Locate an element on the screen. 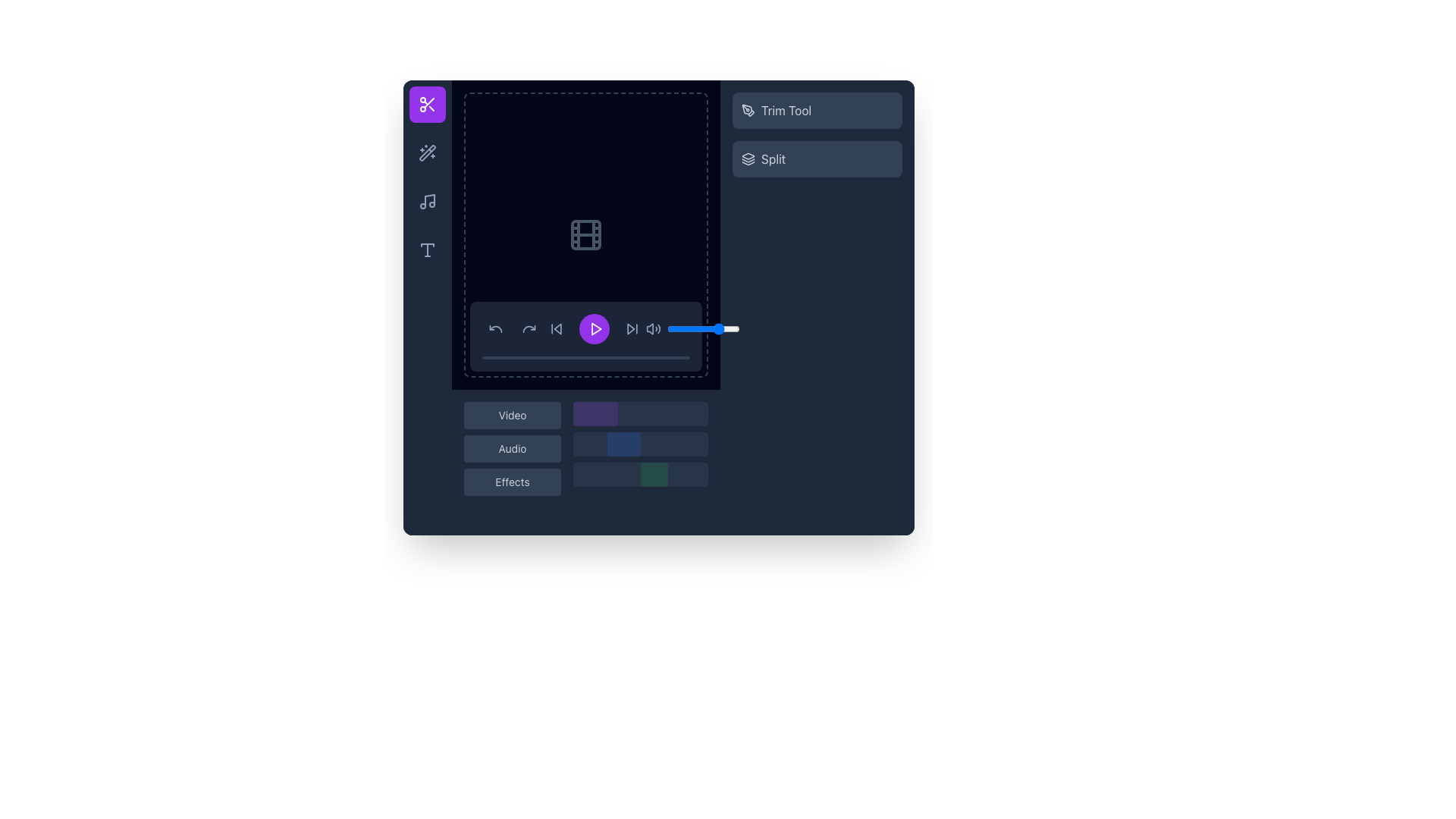 The height and width of the screenshot is (819, 1456). the redo button, which is represented by a curved arrow pointing to the right, styled in muted slate color, located in the control icons at the bottom center of the interface is located at coordinates (529, 328).